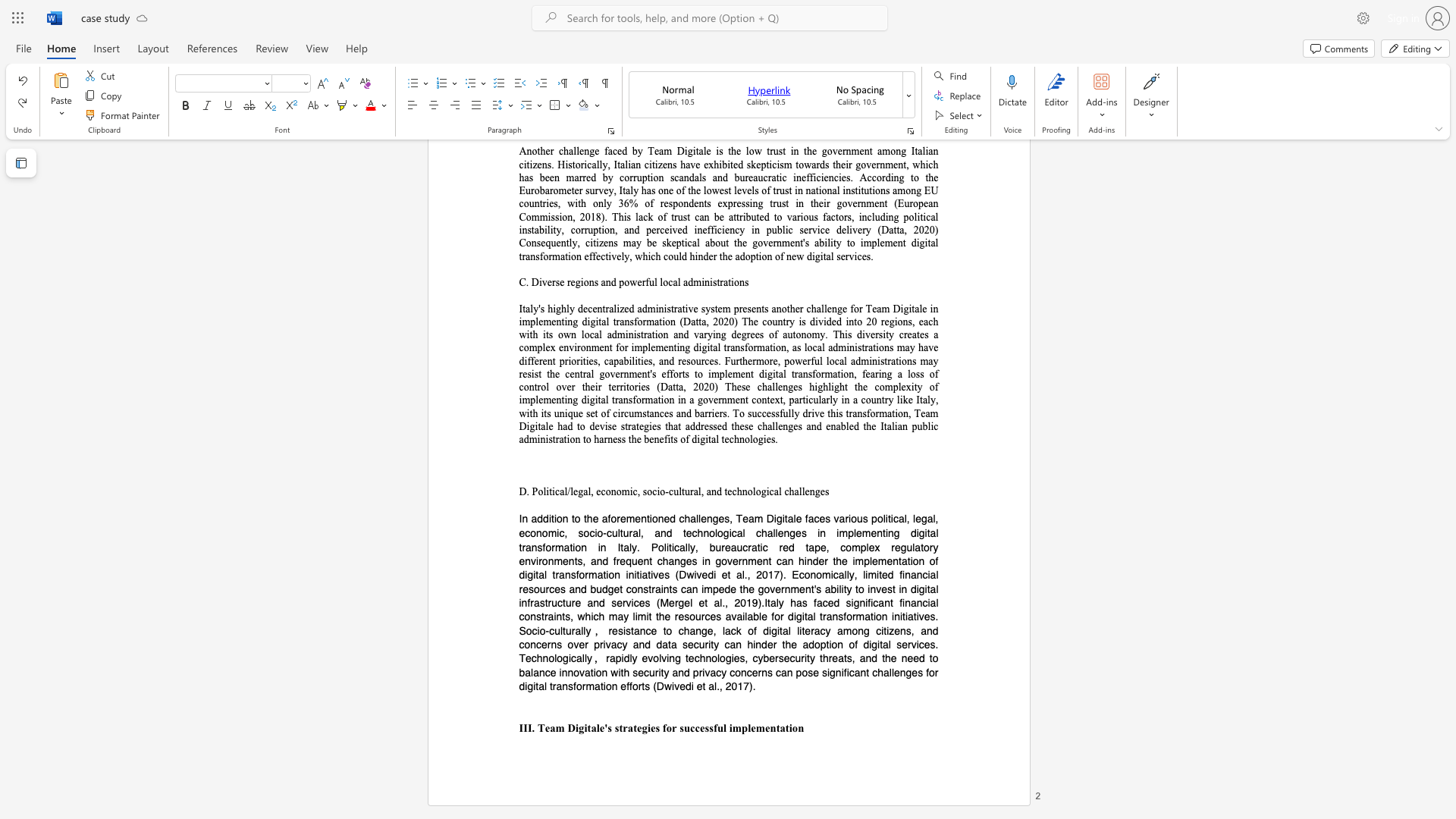 Image resolution: width=1456 pixels, height=819 pixels. What do you see at coordinates (700, 491) in the screenshot?
I see `the subset text ", and technolo" within the text "D. Political/legal, economic, socio-cultural, and technological challenges"` at bounding box center [700, 491].